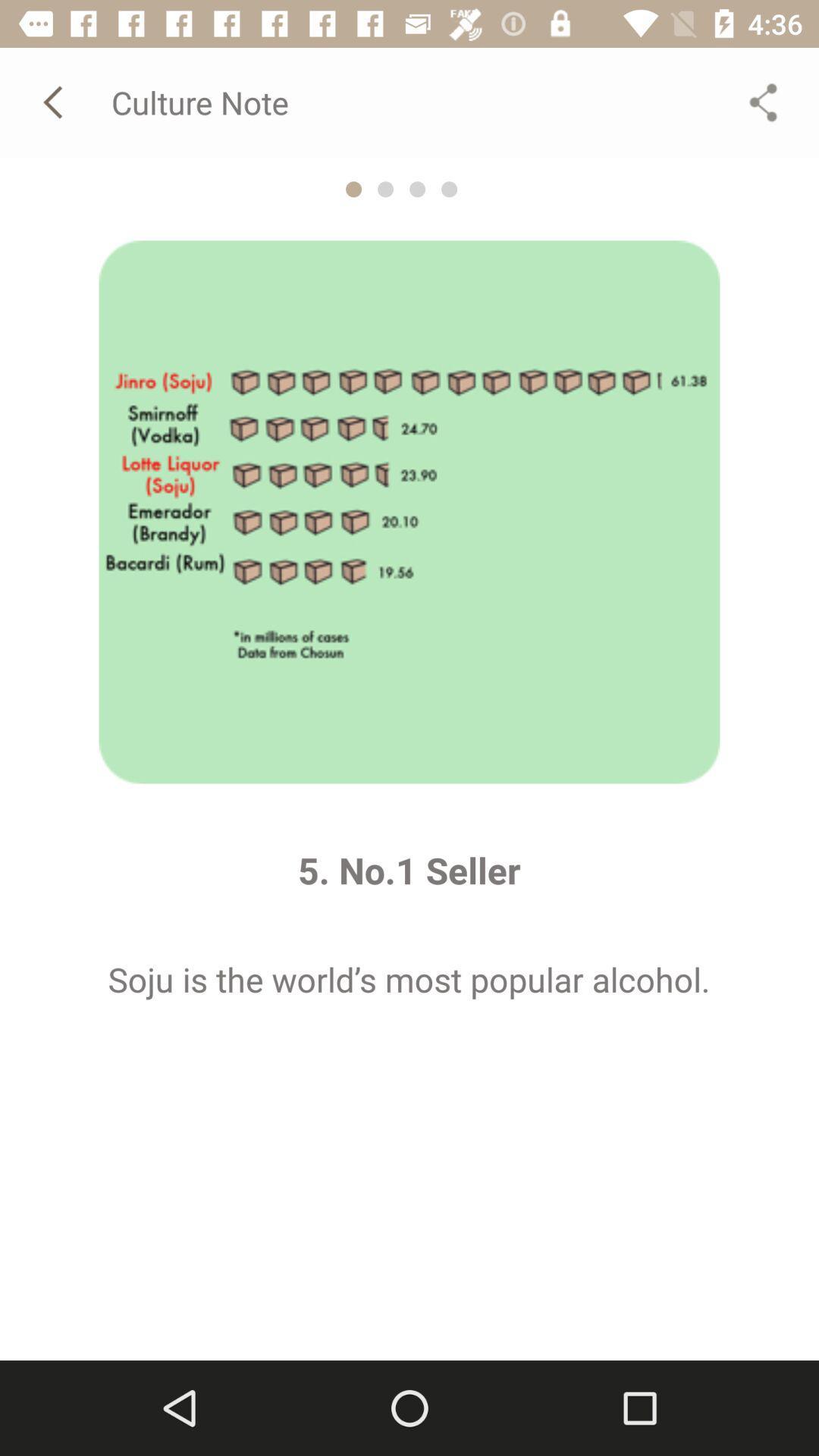 This screenshot has height=1456, width=819. I want to click on the arrow_backward icon, so click(55, 101).